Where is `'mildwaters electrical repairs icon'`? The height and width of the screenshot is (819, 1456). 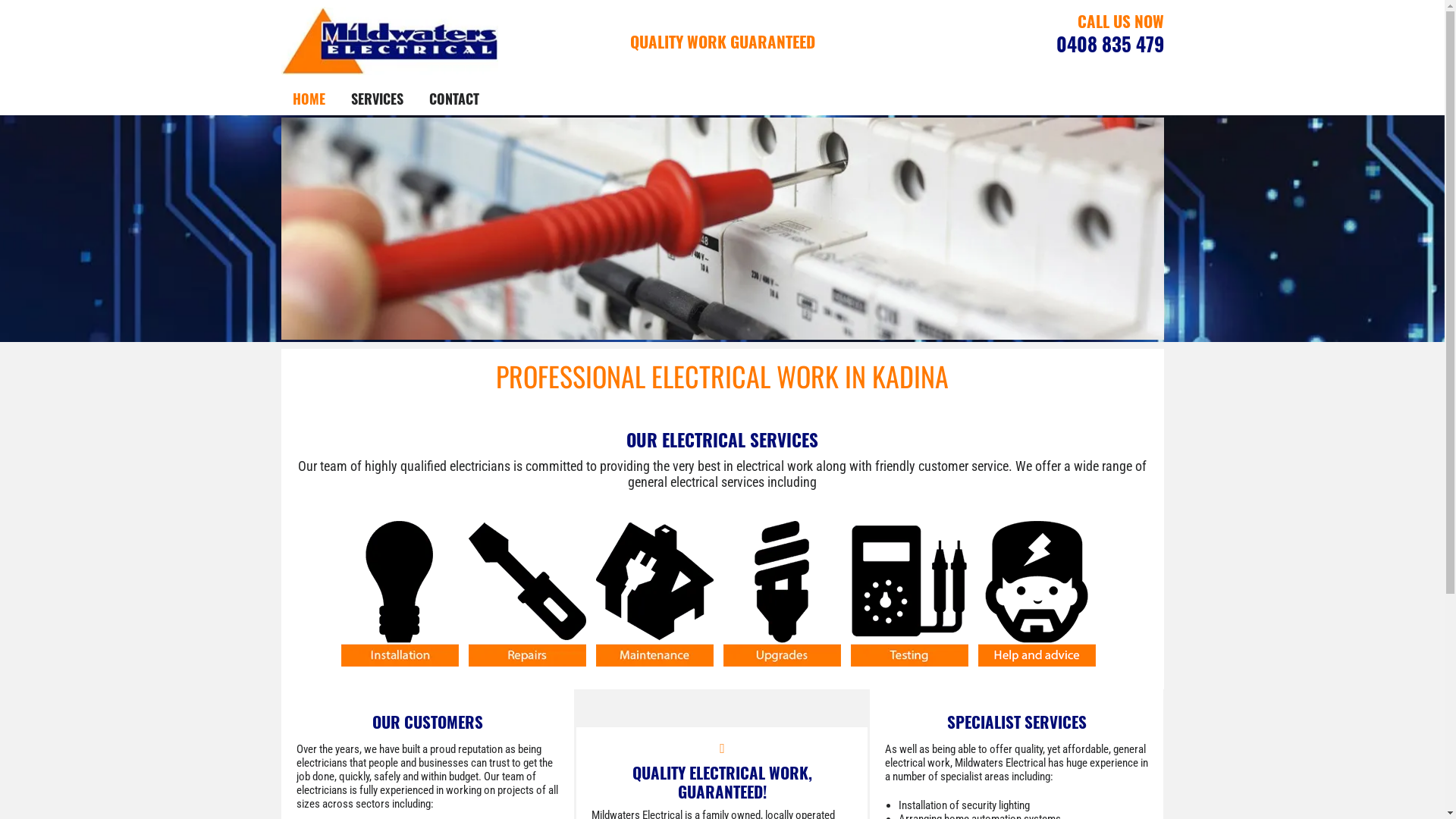 'mildwaters electrical repairs icon' is located at coordinates (527, 593).